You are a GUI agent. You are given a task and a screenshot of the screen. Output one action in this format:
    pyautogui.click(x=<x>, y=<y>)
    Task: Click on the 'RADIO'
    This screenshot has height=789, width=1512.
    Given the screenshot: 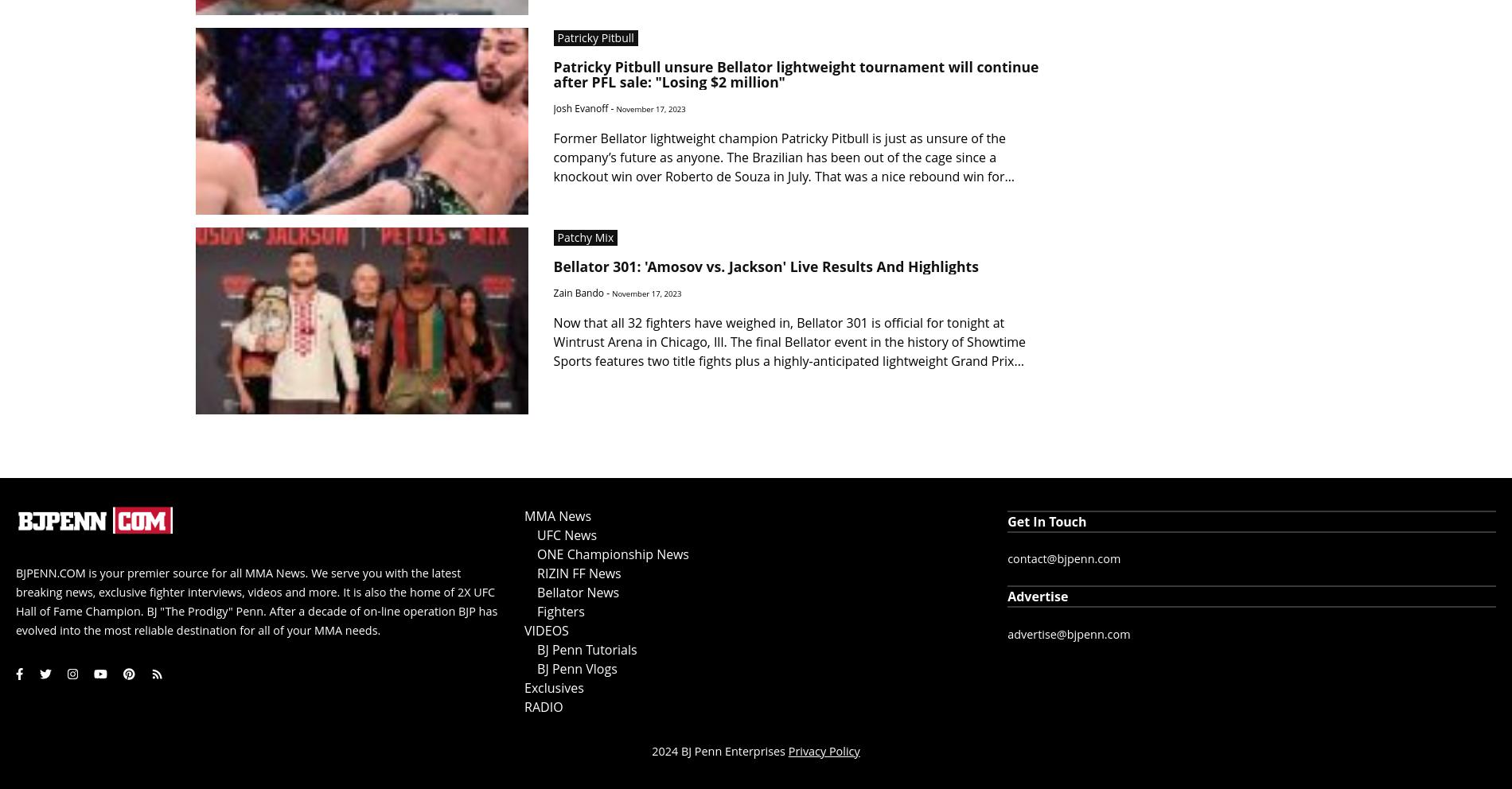 What is the action you would take?
    pyautogui.click(x=544, y=706)
    